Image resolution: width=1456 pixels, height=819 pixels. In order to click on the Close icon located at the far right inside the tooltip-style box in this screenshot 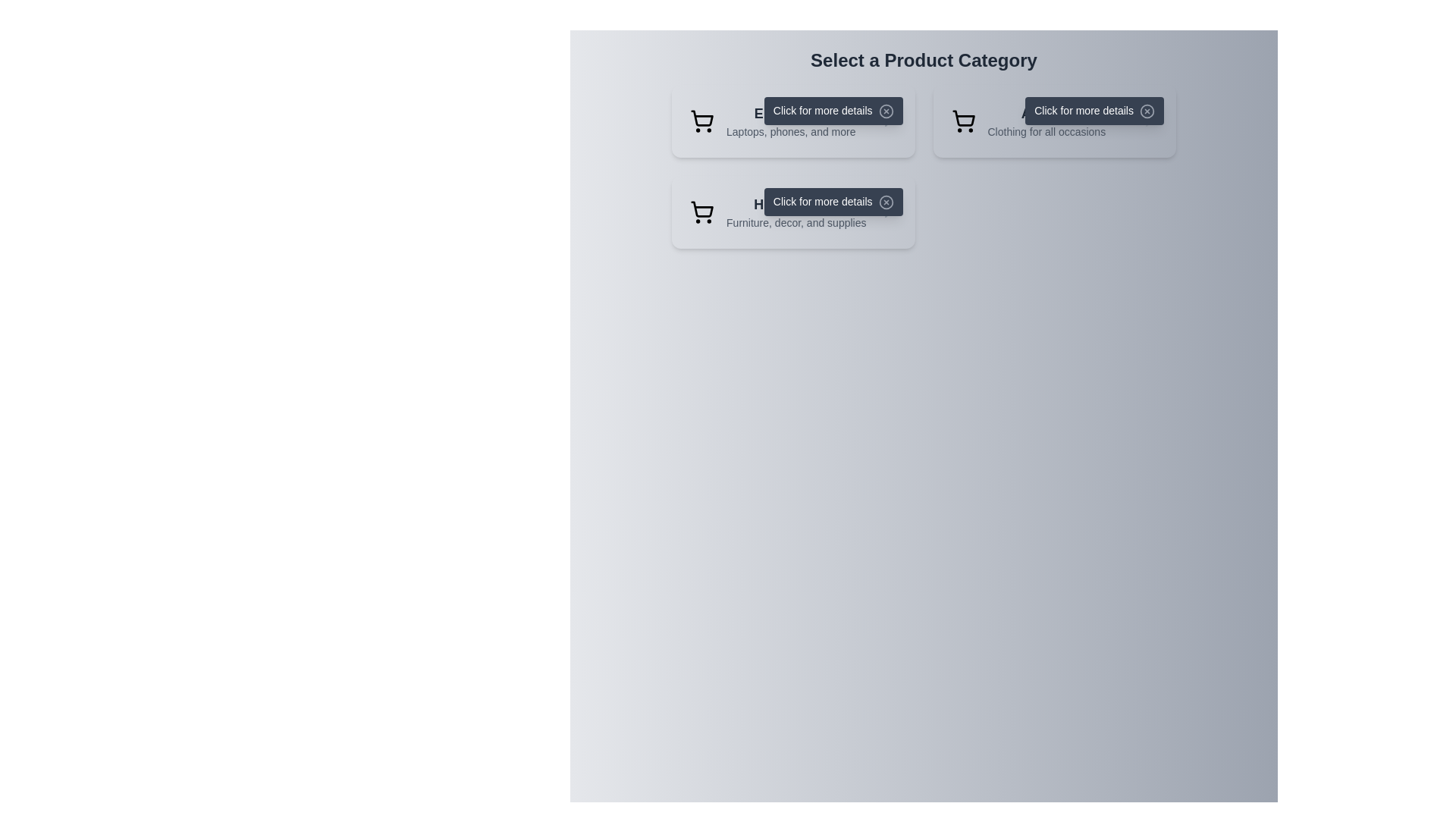, I will do `click(886, 111)`.